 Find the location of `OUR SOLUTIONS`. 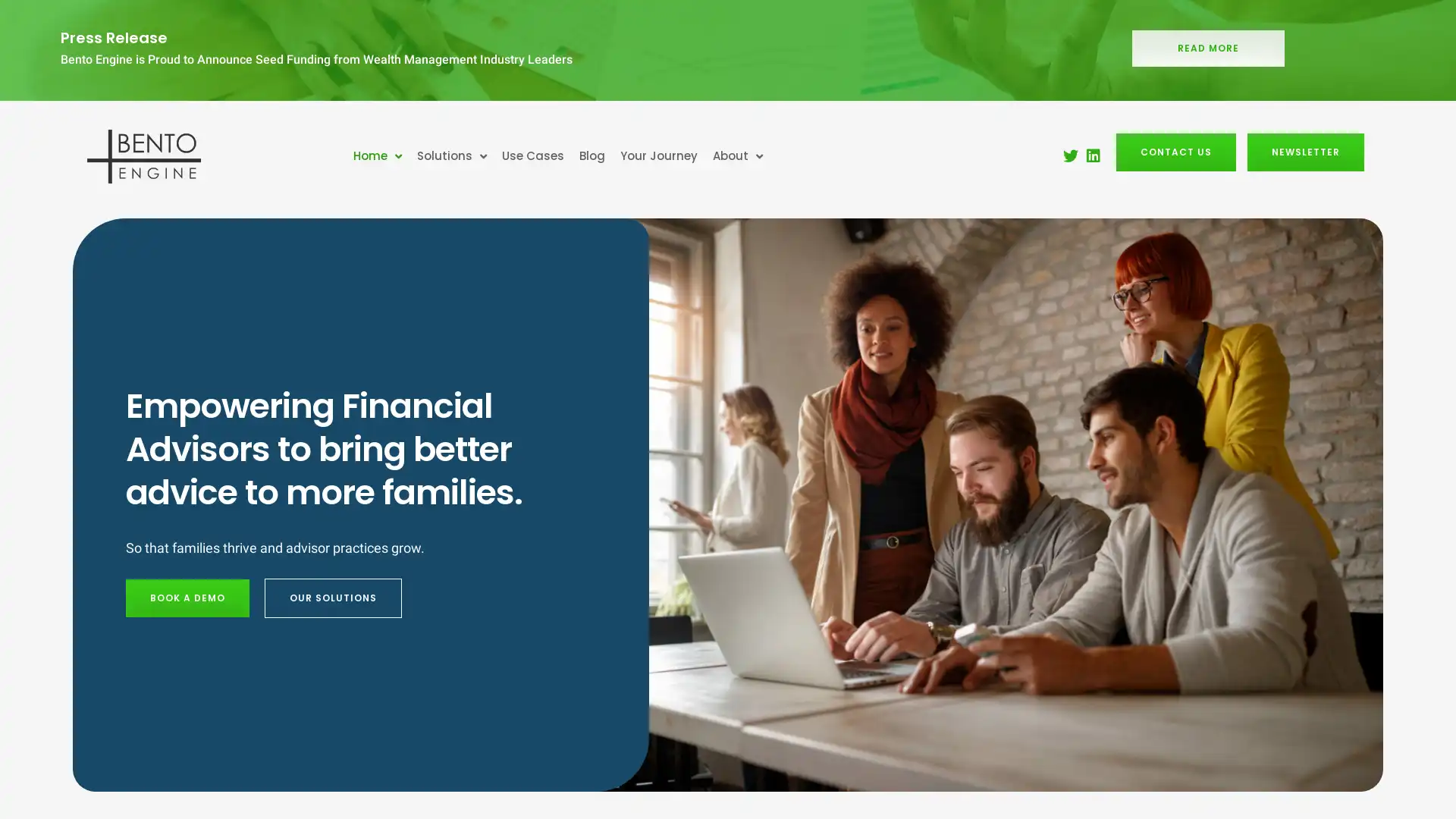

OUR SOLUTIONS is located at coordinates (332, 598).